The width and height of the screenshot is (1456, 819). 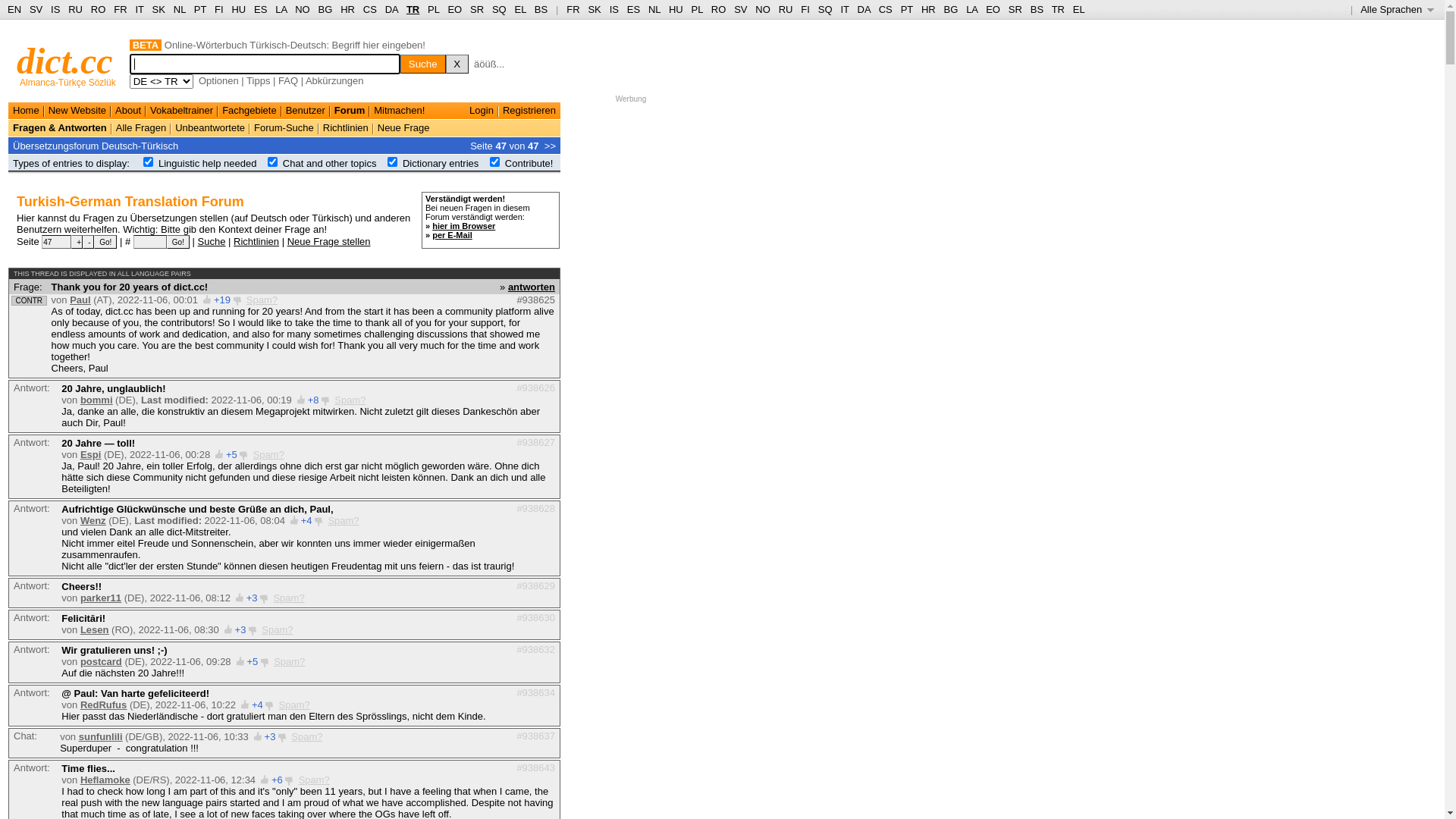 I want to click on 'TR', so click(x=406, y=9).